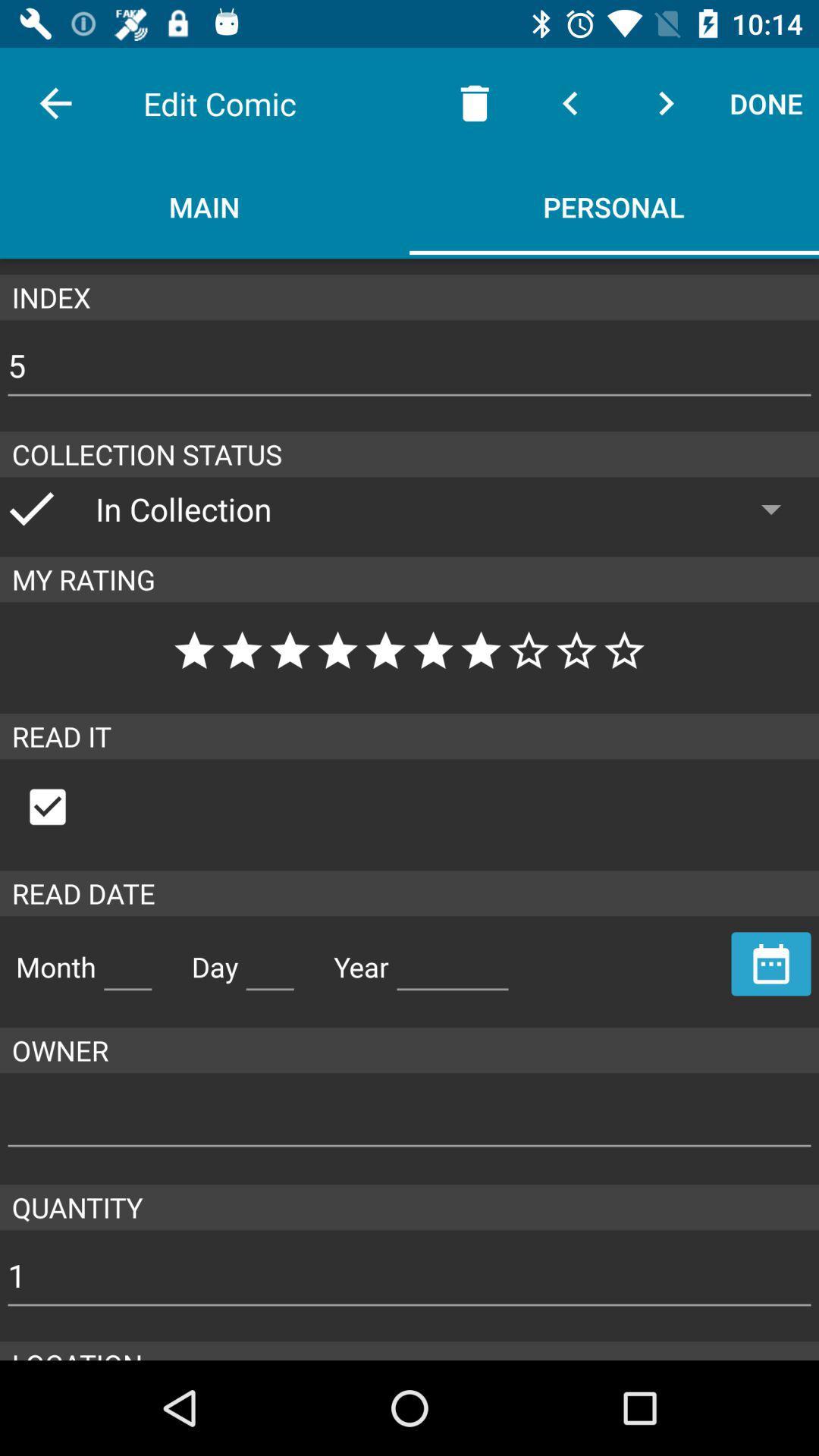 The height and width of the screenshot is (1456, 819). Describe the element at coordinates (127, 960) in the screenshot. I see `the text field which is right to the text month` at that location.